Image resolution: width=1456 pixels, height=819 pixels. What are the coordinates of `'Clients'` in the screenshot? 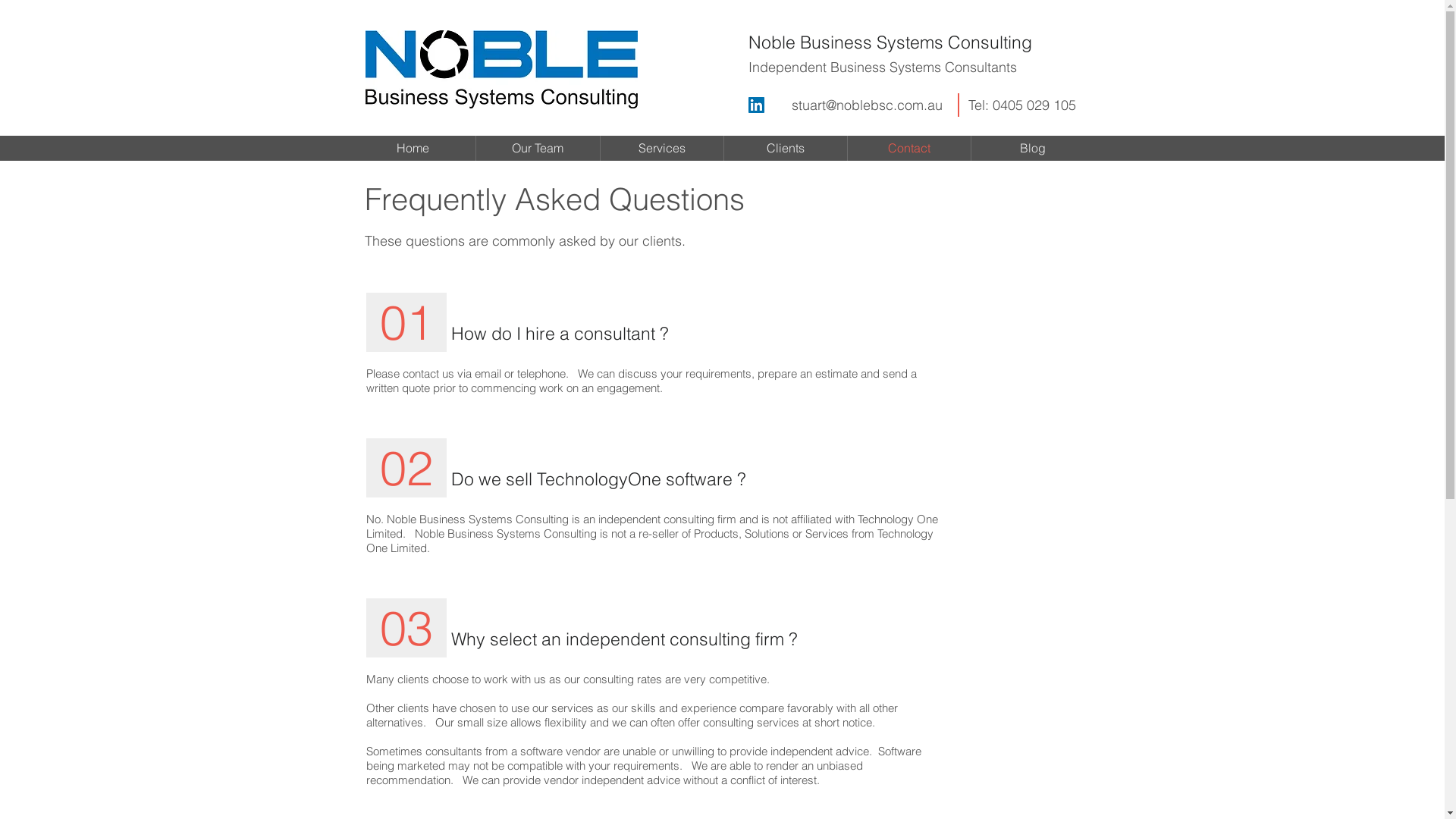 It's located at (785, 148).